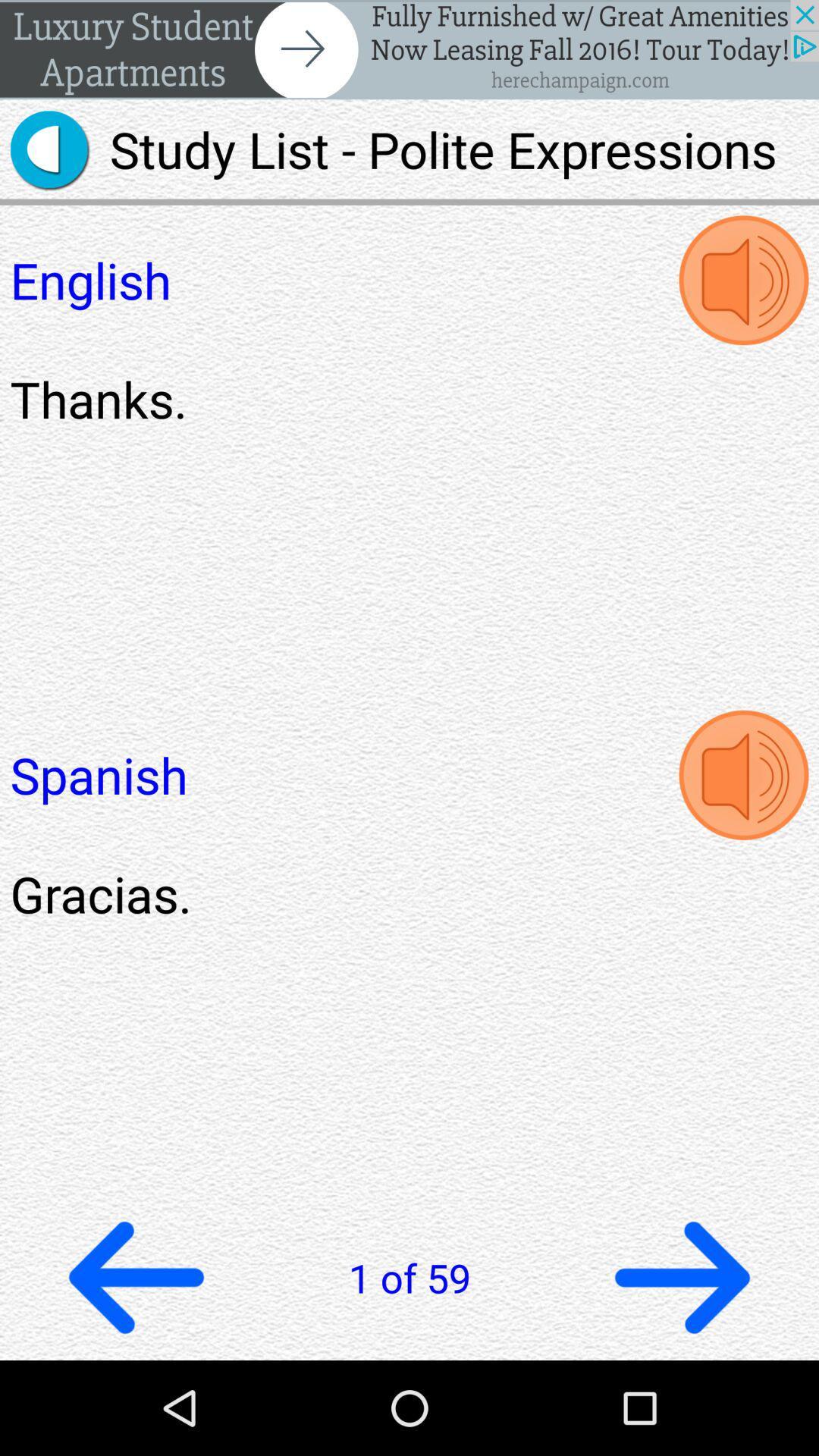 This screenshot has width=819, height=1456. Describe the element at coordinates (409, 49) in the screenshot. I see `advertisement panel` at that location.